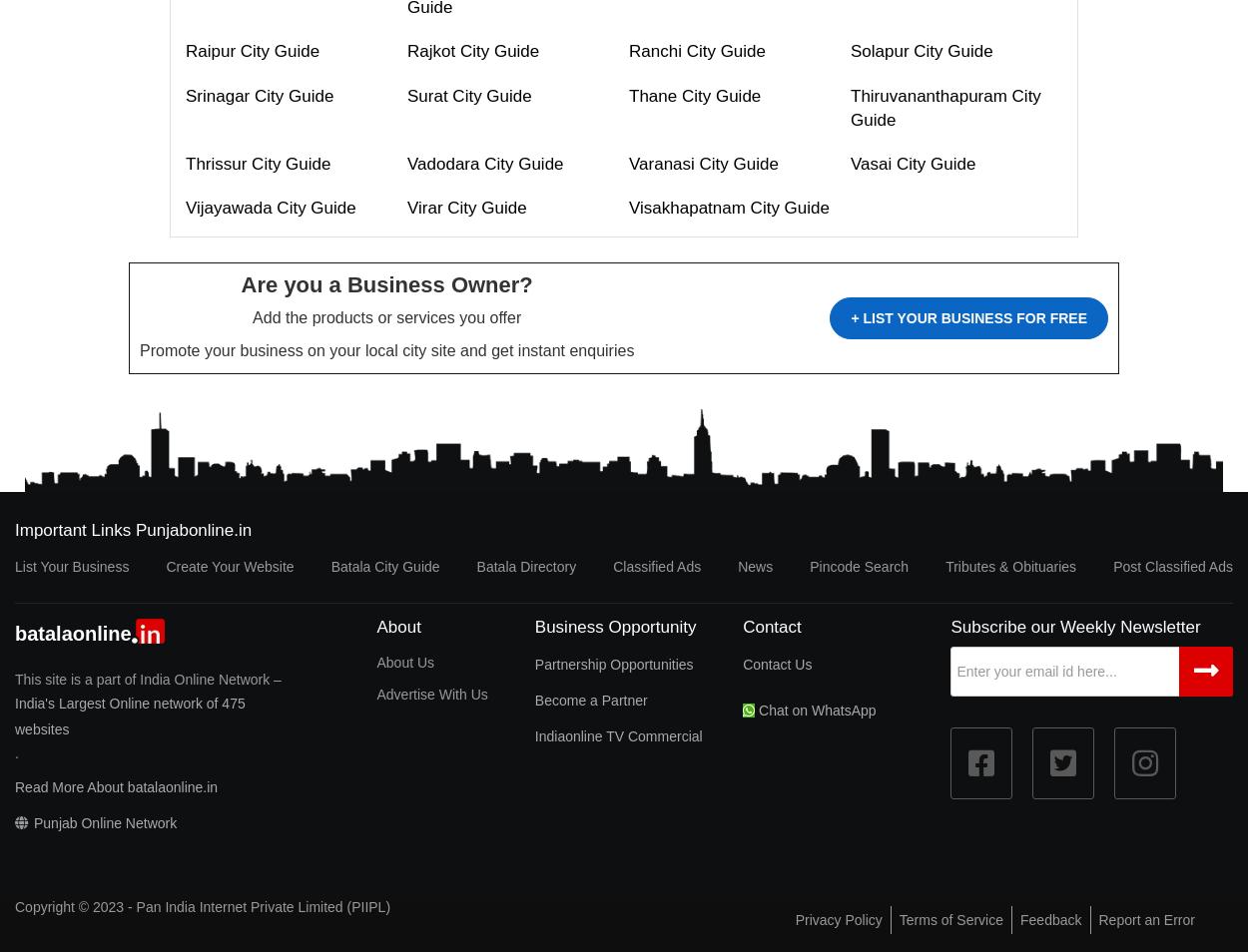 The image size is (1248, 952). Describe the element at coordinates (899, 918) in the screenshot. I see `'Terms of Service'` at that location.